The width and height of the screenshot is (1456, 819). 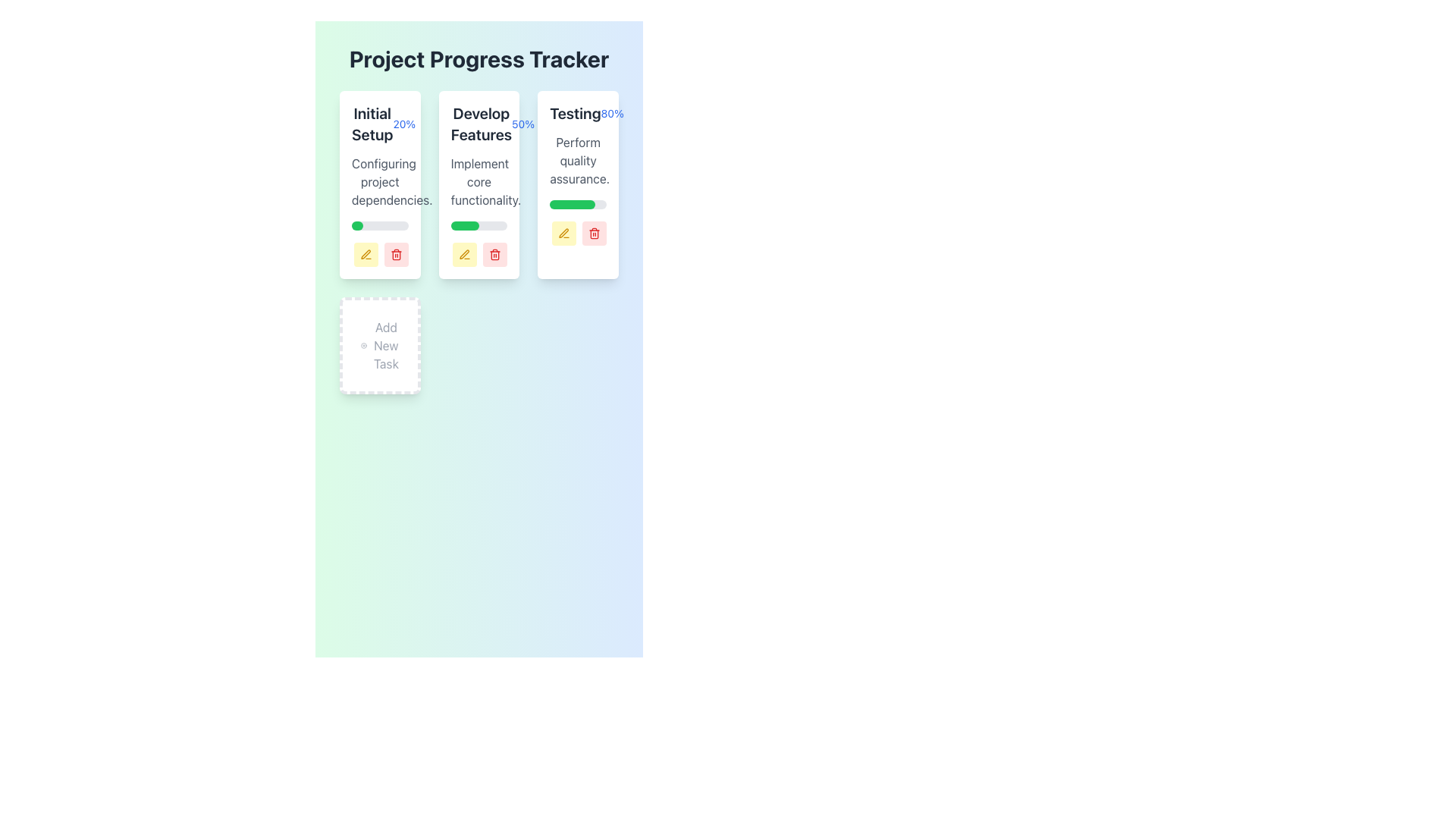 What do you see at coordinates (563, 233) in the screenshot?
I see `the pen icon button with a yellow outline located at the bottom of the 'Develop Features' card` at bounding box center [563, 233].